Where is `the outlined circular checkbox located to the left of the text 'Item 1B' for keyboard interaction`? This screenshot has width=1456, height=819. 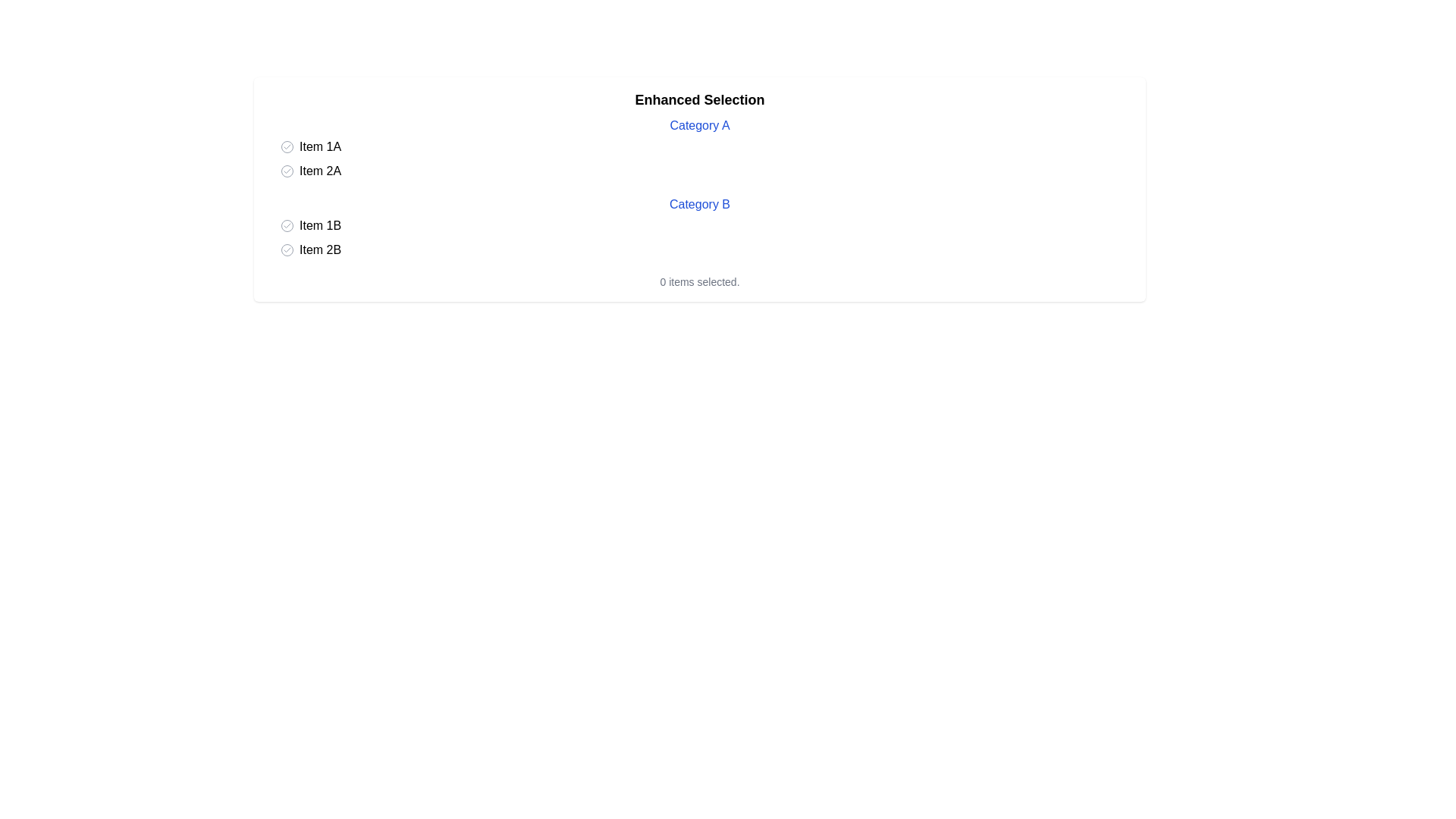
the outlined circular checkbox located to the left of the text 'Item 1B' for keyboard interaction is located at coordinates (287, 225).